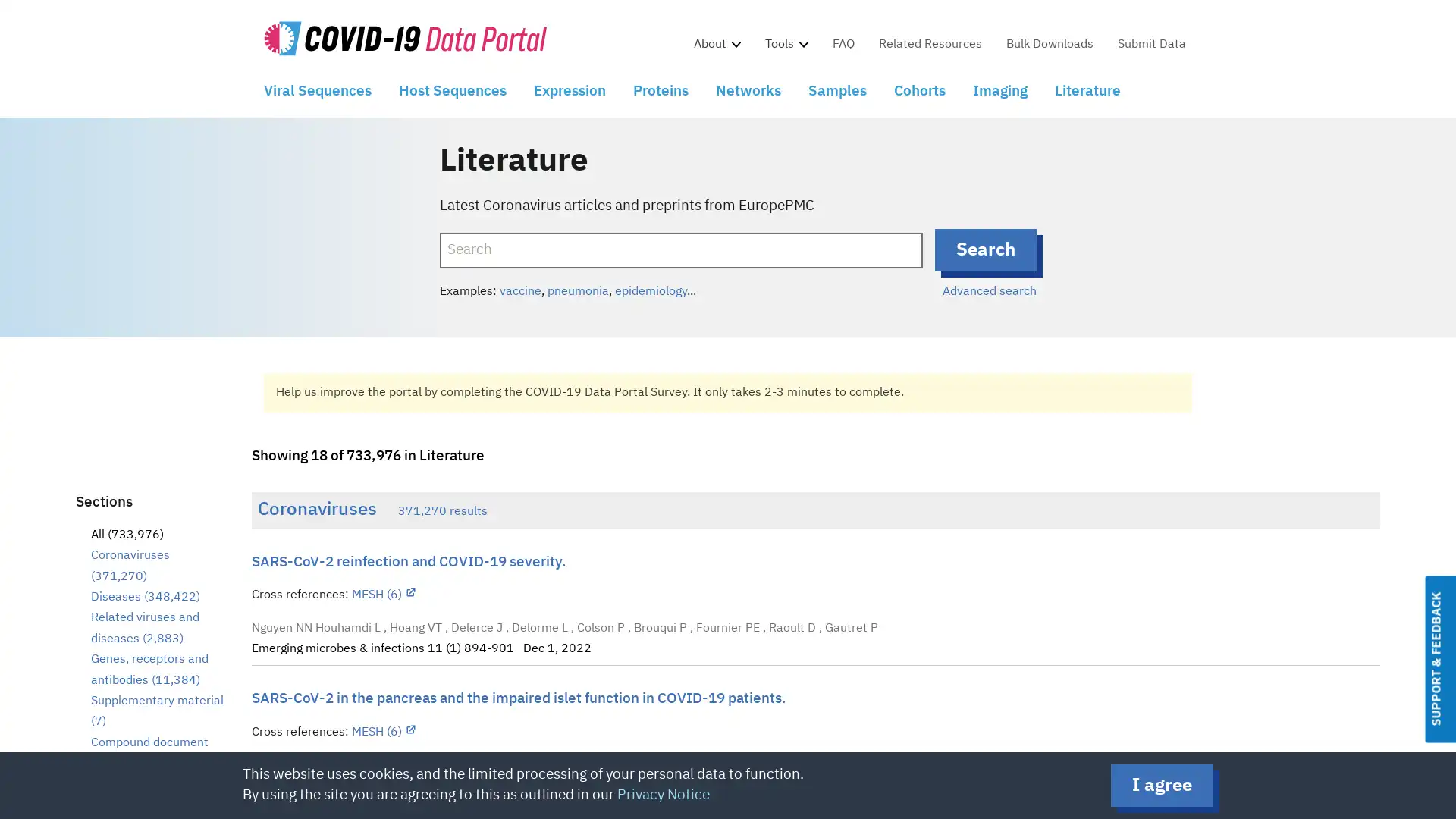 This screenshot has height=819, width=1456. Describe the element at coordinates (1161, 785) in the screenshot. I see `I agree` at that location.